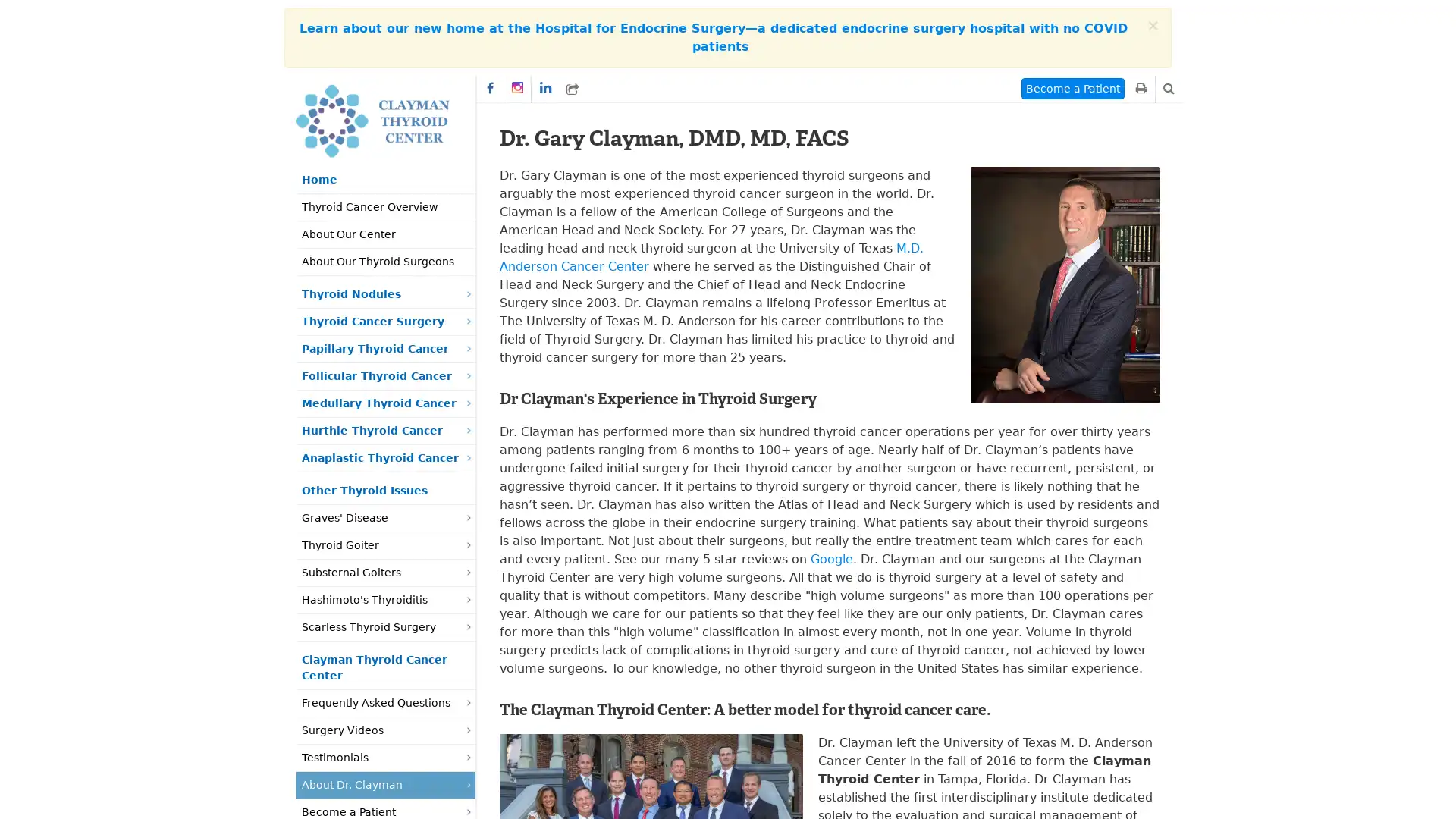 This screenshot has width=1456, height=819. What do you see at coordinates (1153, 26) in the screenshot?
I see `Close` at bounding box center [1153, 26].